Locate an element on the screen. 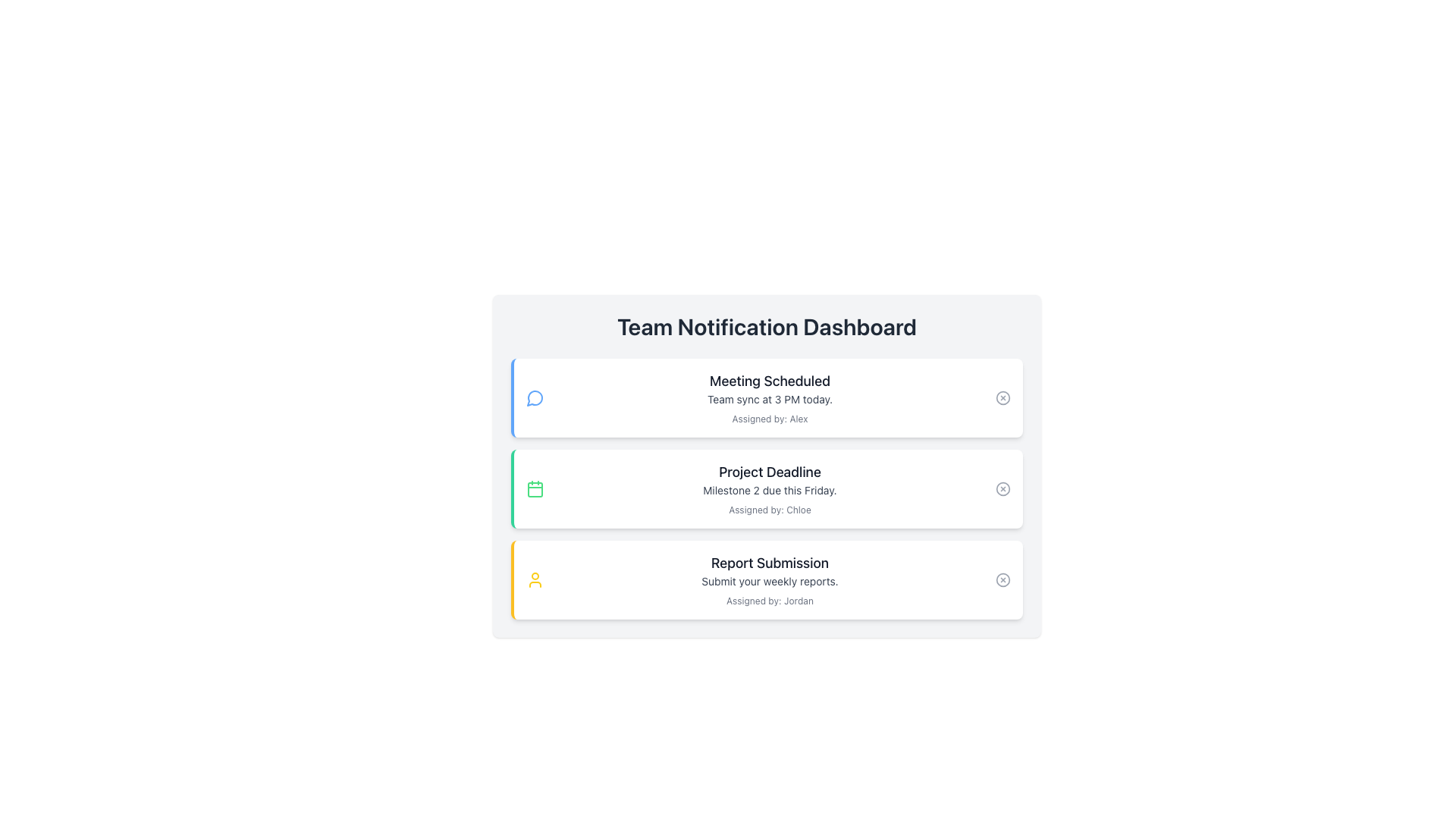 This screenshot has height=819, width=1456. the text label displaying 'Team sync at 3 PM today.' which is positioned below the title 'Meeting Scheduled' and above 'Assigned by: Alex' is located at coordinates (770, 399).